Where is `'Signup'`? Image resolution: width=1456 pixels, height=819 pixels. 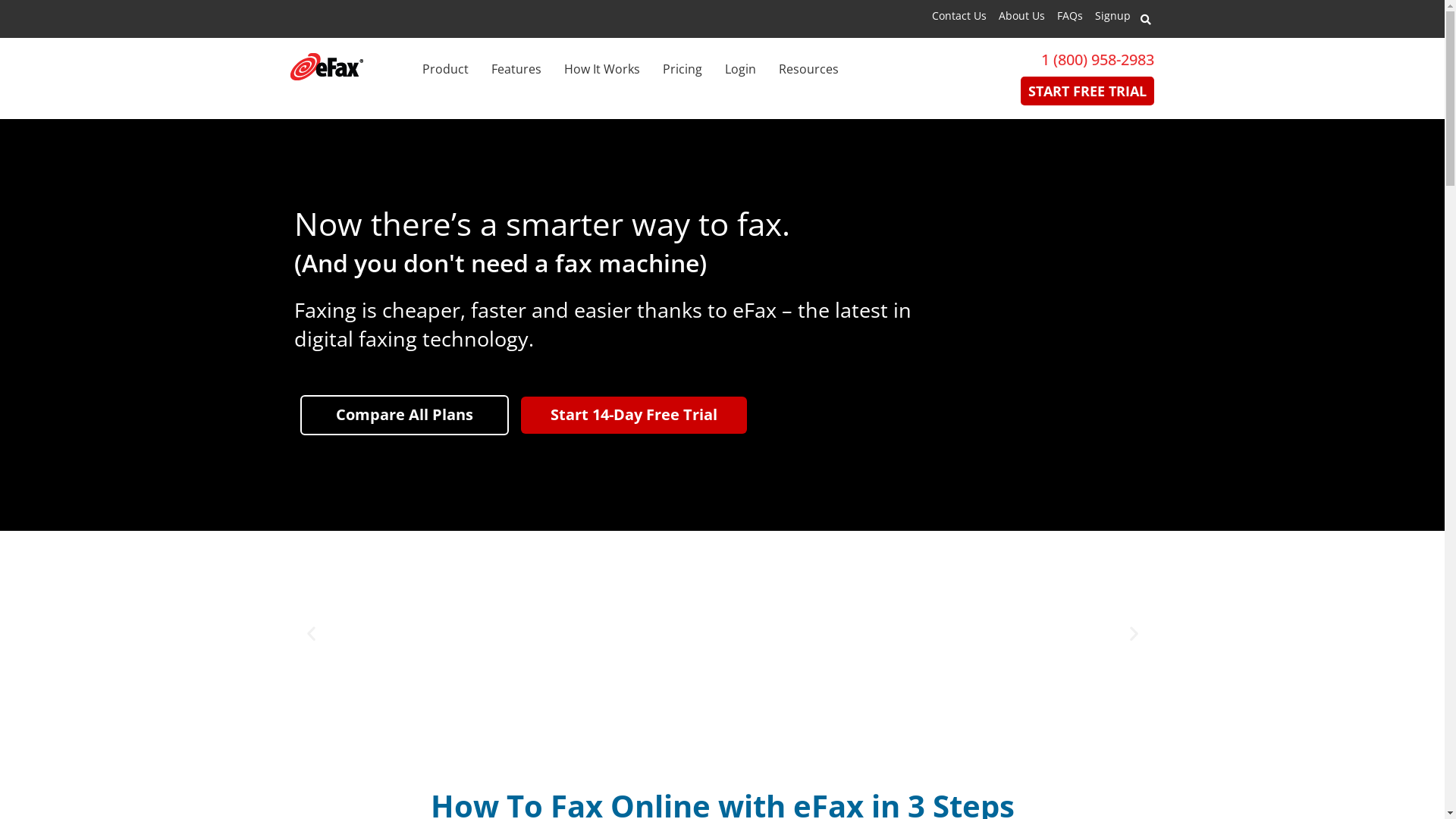
'Signup' is located at coordinates (1112, 15).